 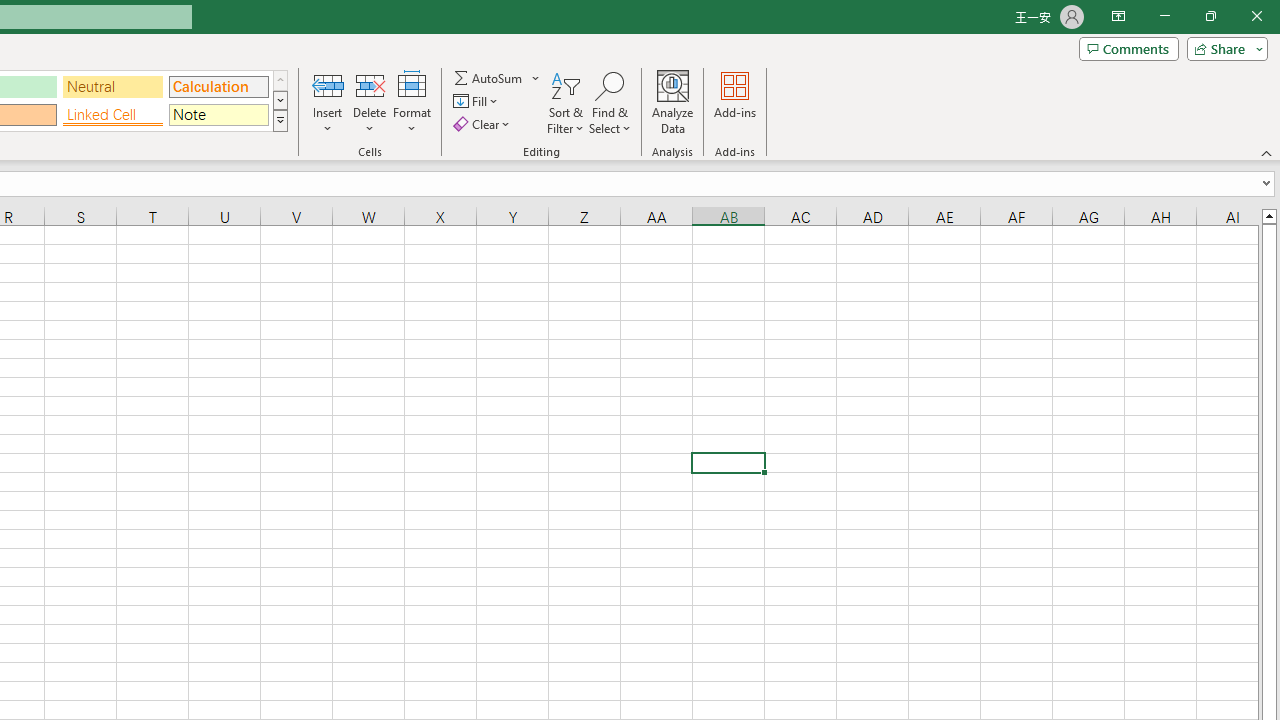 What do you see at coordinates (673, 103) in the screenshot?
I see `'Analyze Data'` at bounding box center [673, 103].